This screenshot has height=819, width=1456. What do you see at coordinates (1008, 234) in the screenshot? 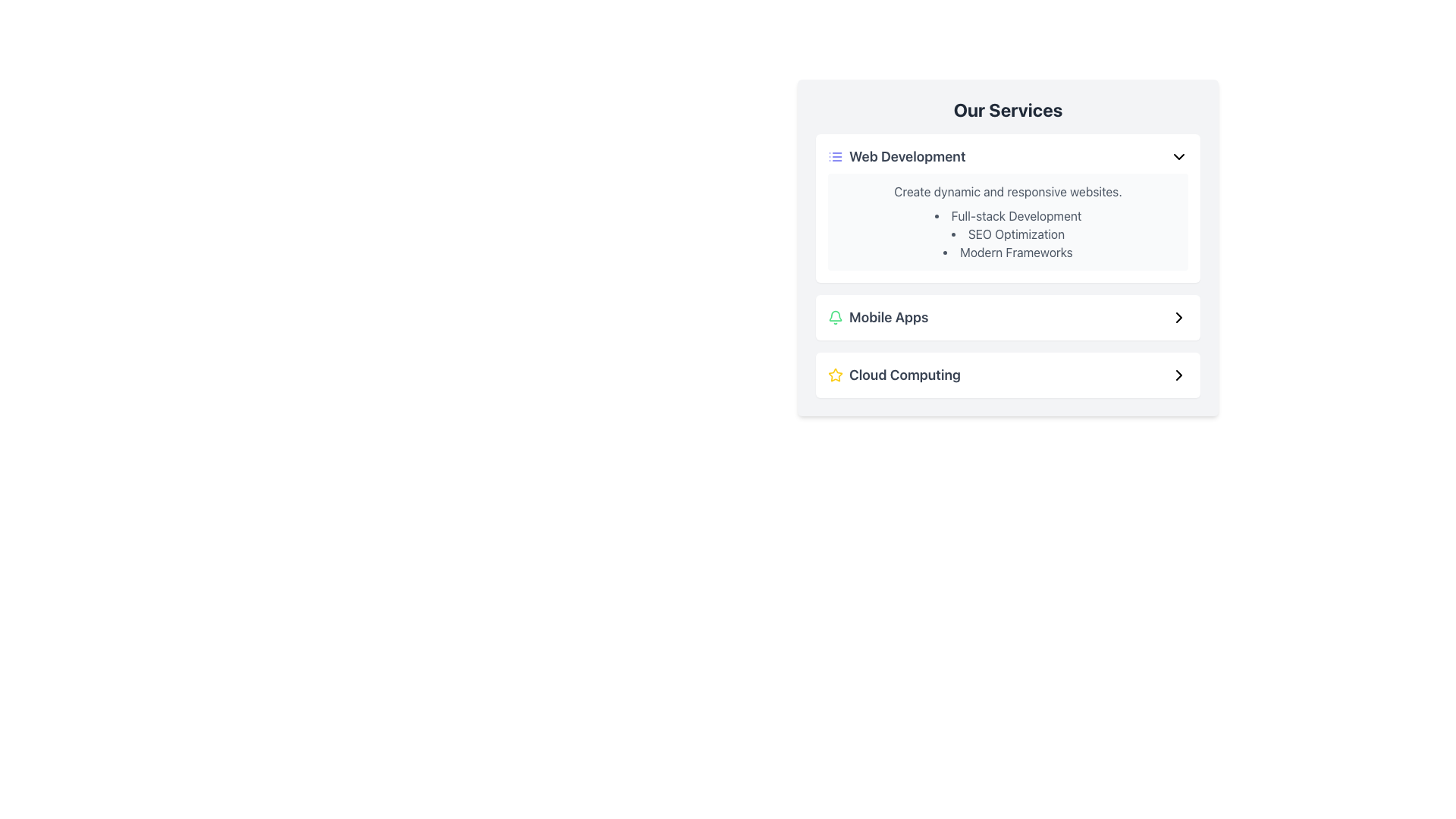
I see `the bulleted list in the 'Web Development' section that includes items such as 'Full-stack Development', 'SEO Optimization', and 'Modern Frameworks'` at bounding box center [1008, 234].